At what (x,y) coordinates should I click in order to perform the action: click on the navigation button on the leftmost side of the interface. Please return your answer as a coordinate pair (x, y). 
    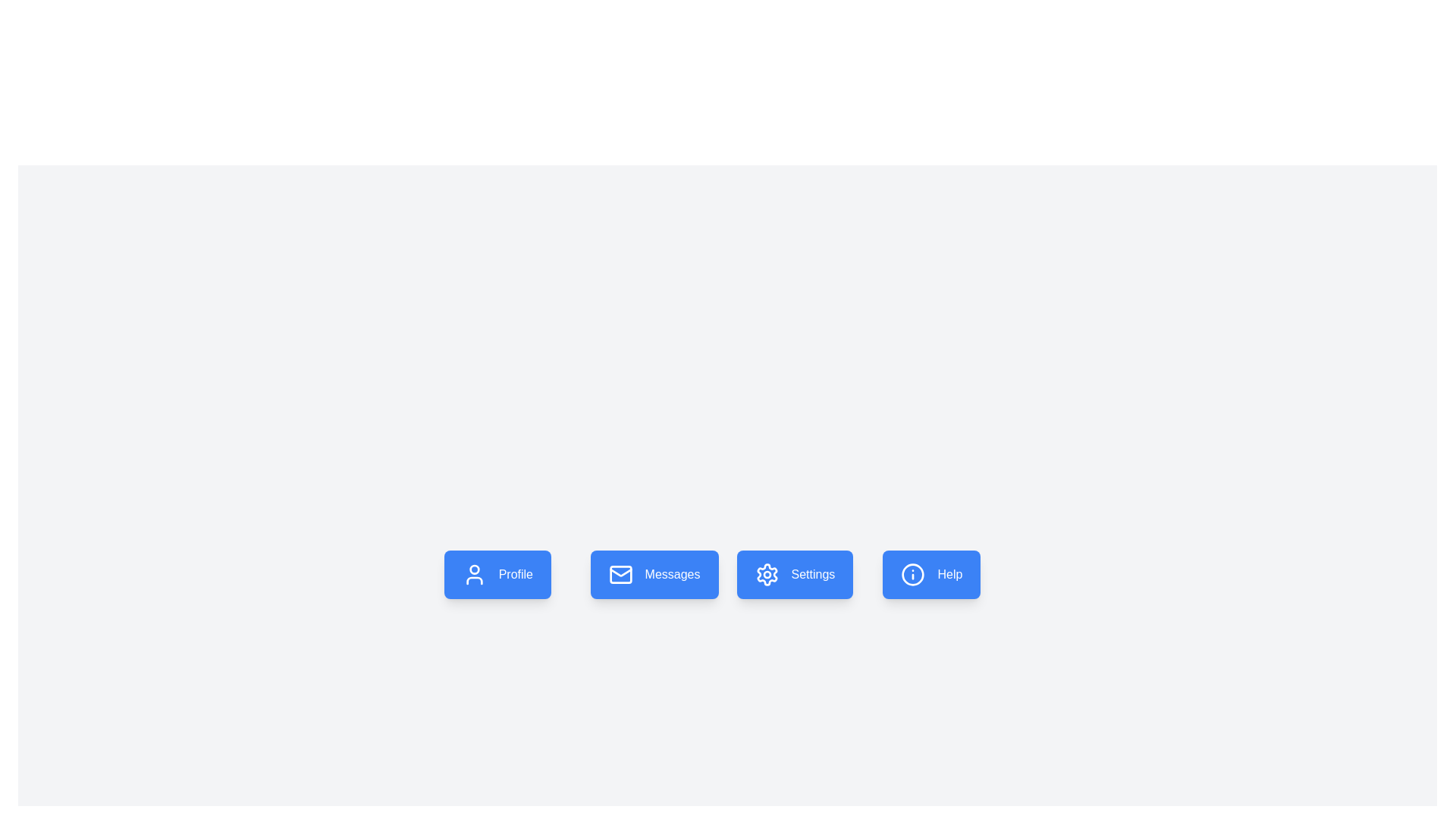
    Looking at the image, I should click on (508, 575).